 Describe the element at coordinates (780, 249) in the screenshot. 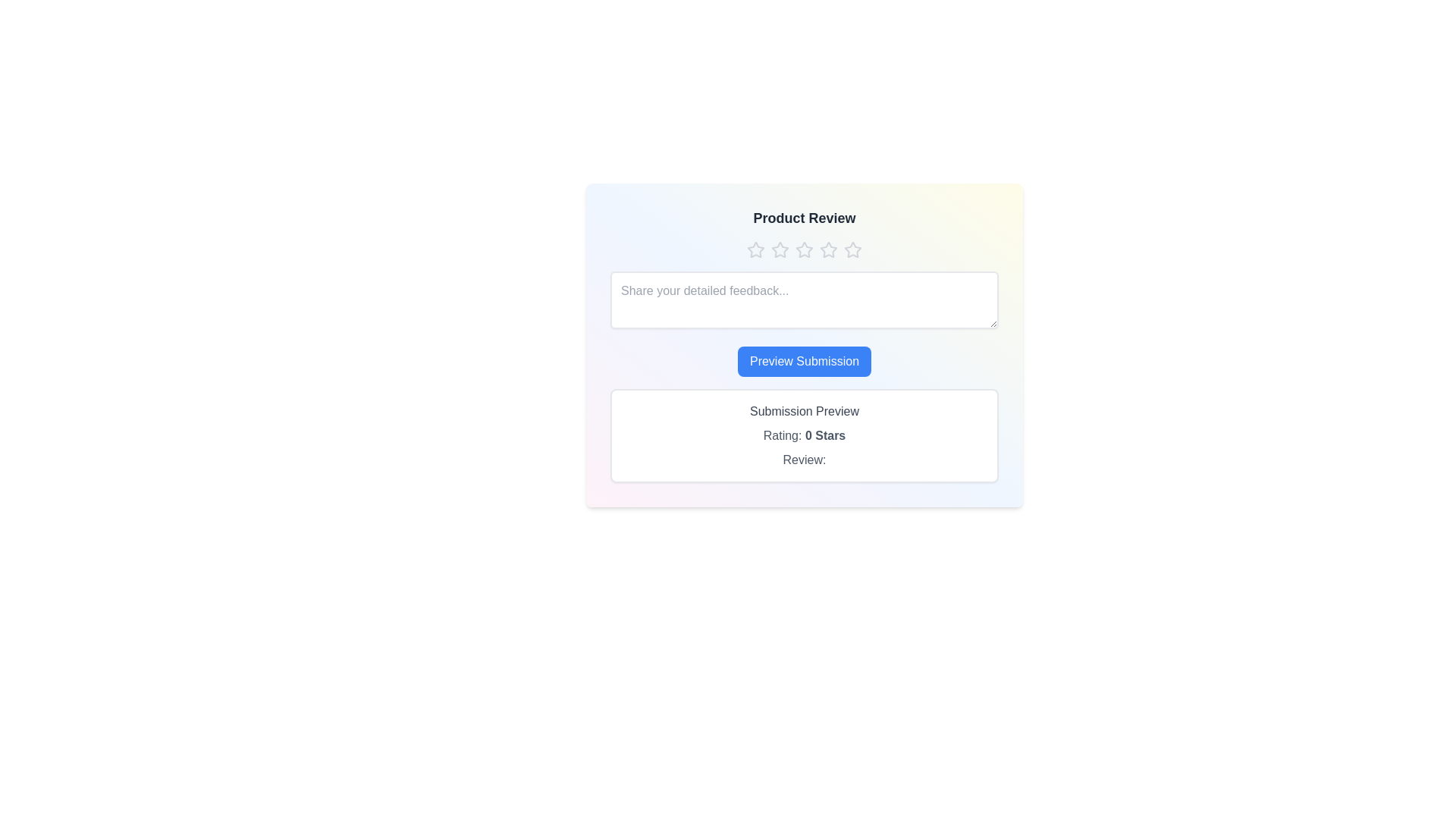

I see `the star corresponding to the desired rating of 2 stars` at that location.